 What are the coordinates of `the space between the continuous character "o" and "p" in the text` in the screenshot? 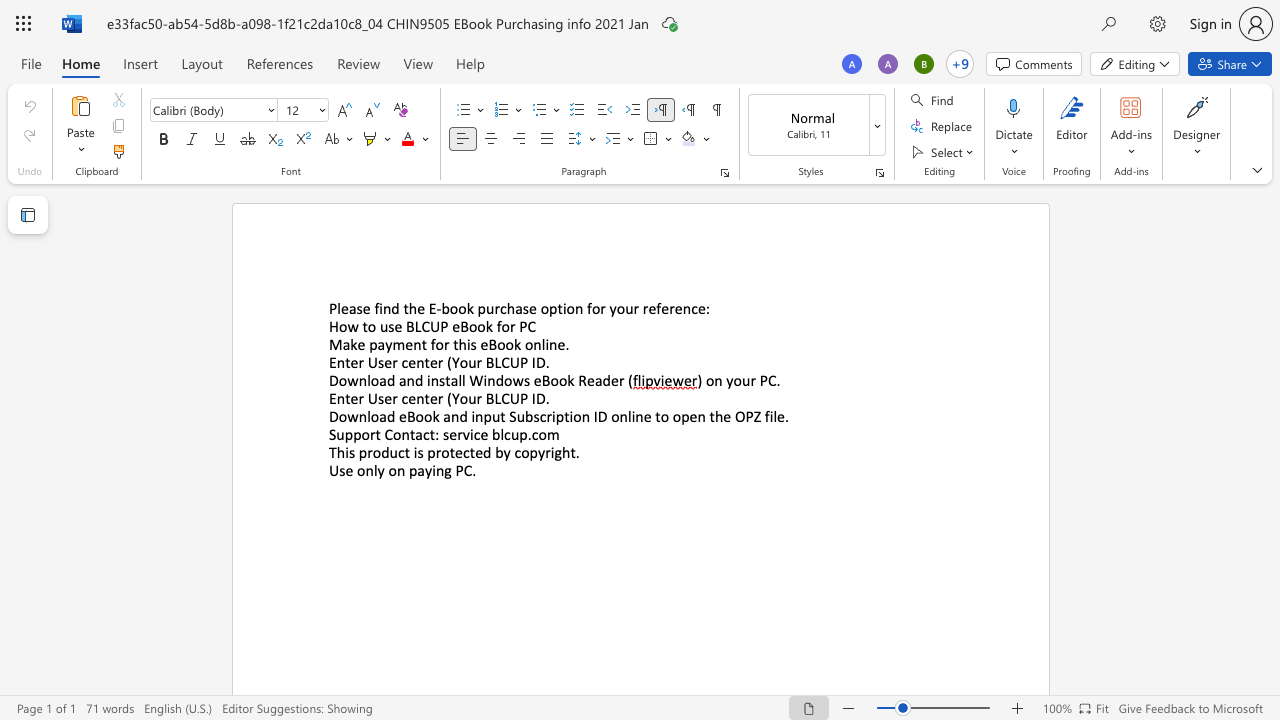 It's located at (529, 452).